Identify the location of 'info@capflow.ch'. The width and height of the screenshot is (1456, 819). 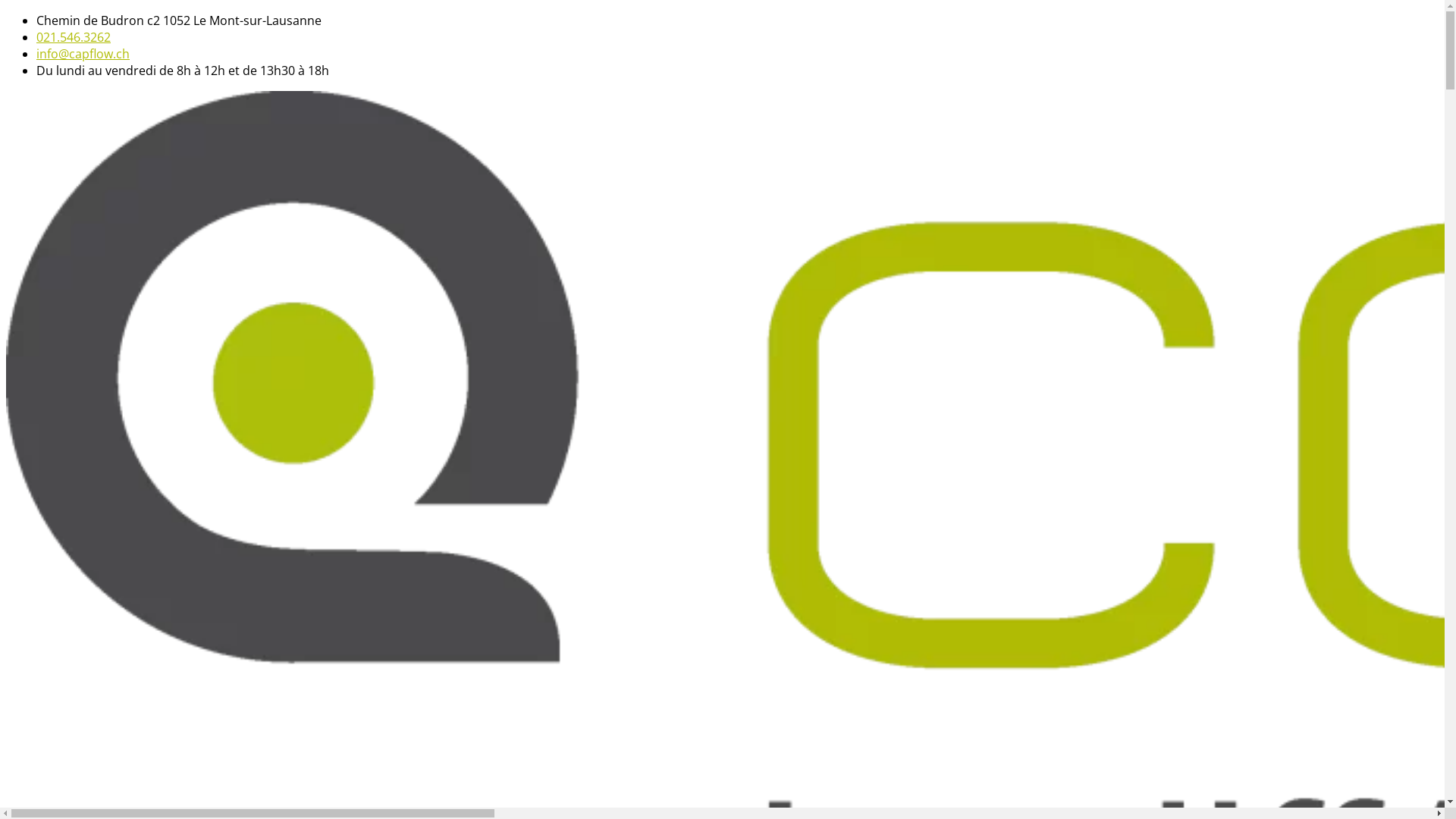
(82, 52).